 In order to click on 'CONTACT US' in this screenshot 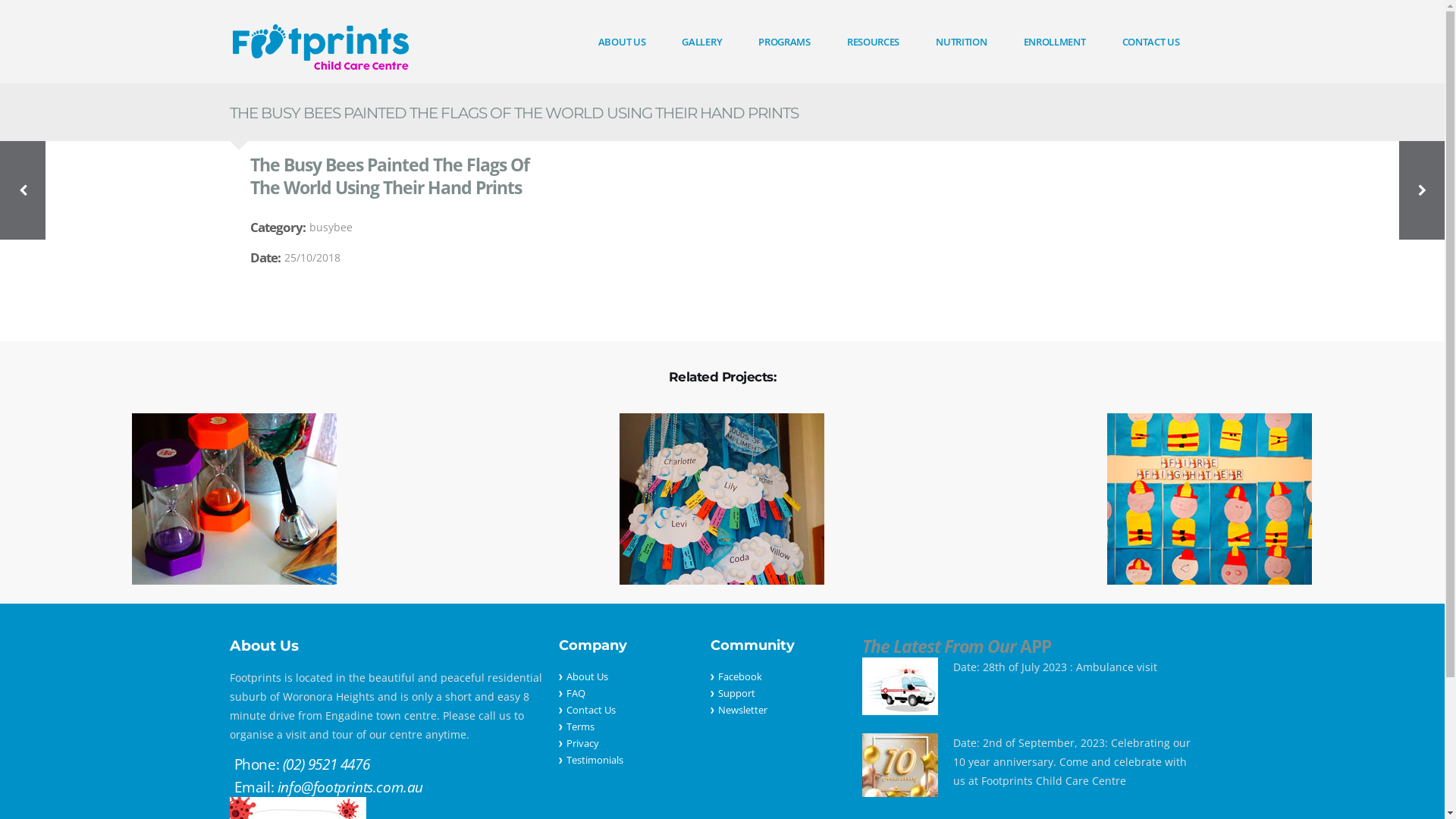, I will do `click(1103, 40)`.